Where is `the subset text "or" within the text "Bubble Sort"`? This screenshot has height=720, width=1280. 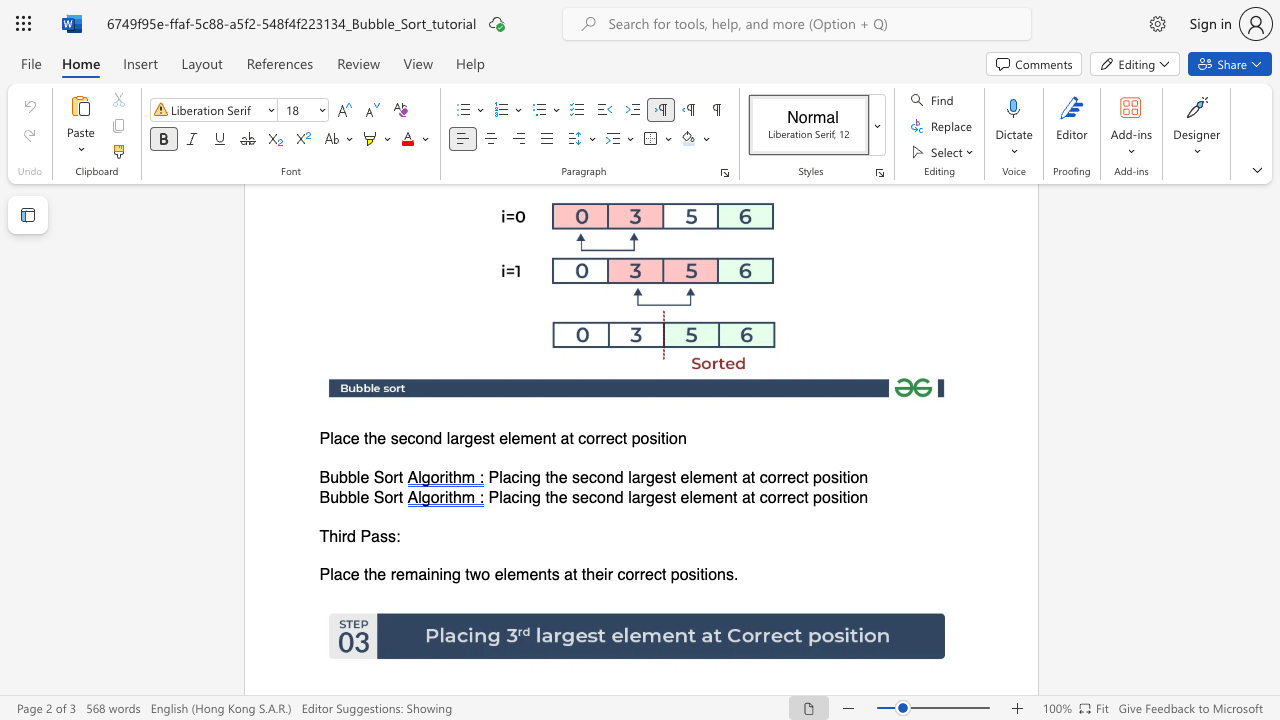
the subset text "or" within the text "Bubble Sort" is located at coordinates (384, 478).